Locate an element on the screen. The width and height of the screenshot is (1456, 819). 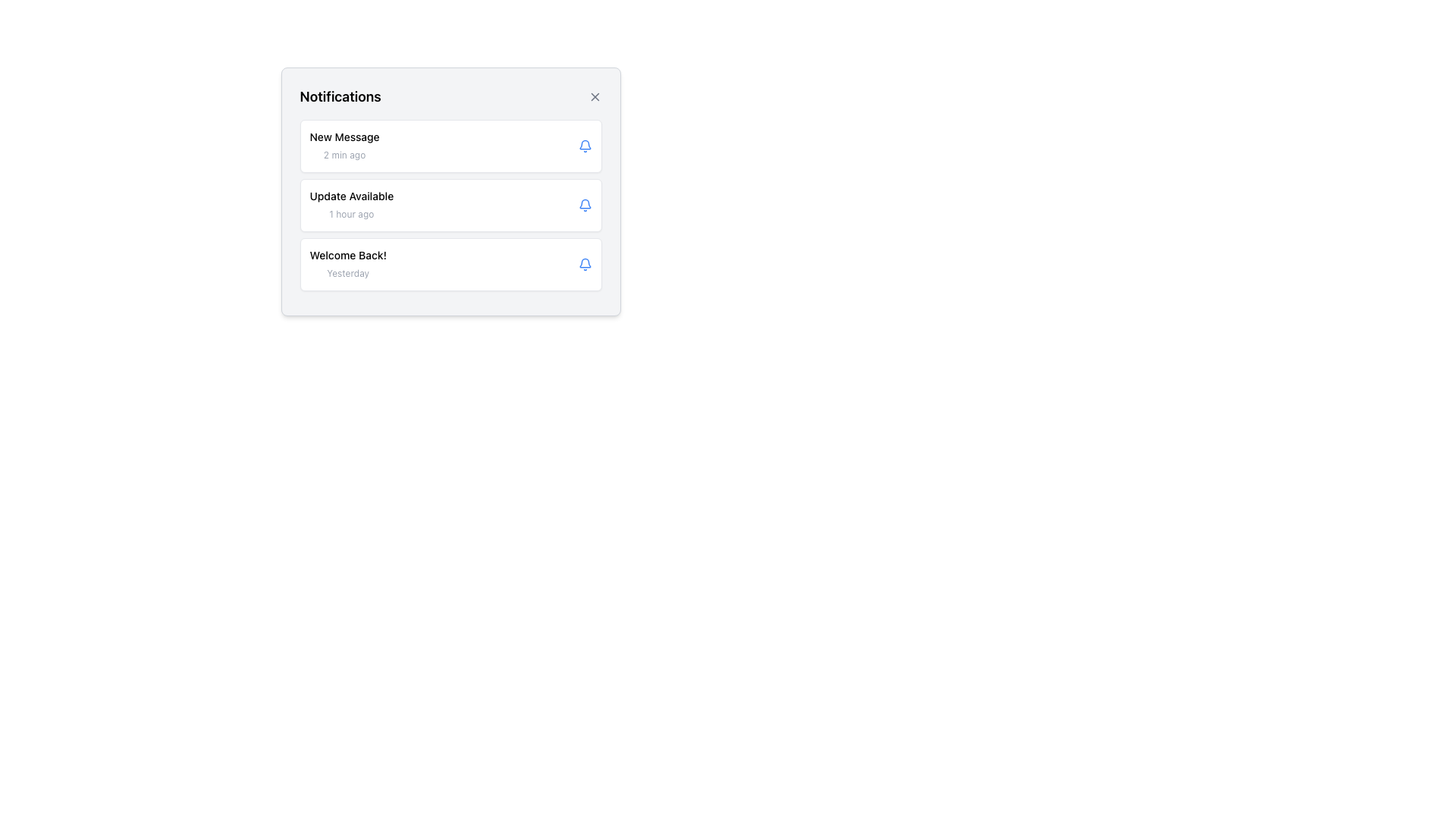
the header text of the last notification entry in the notification dialog, which is positioned above the secondary text 'Yesterday' is located at coordinates (347, 254).